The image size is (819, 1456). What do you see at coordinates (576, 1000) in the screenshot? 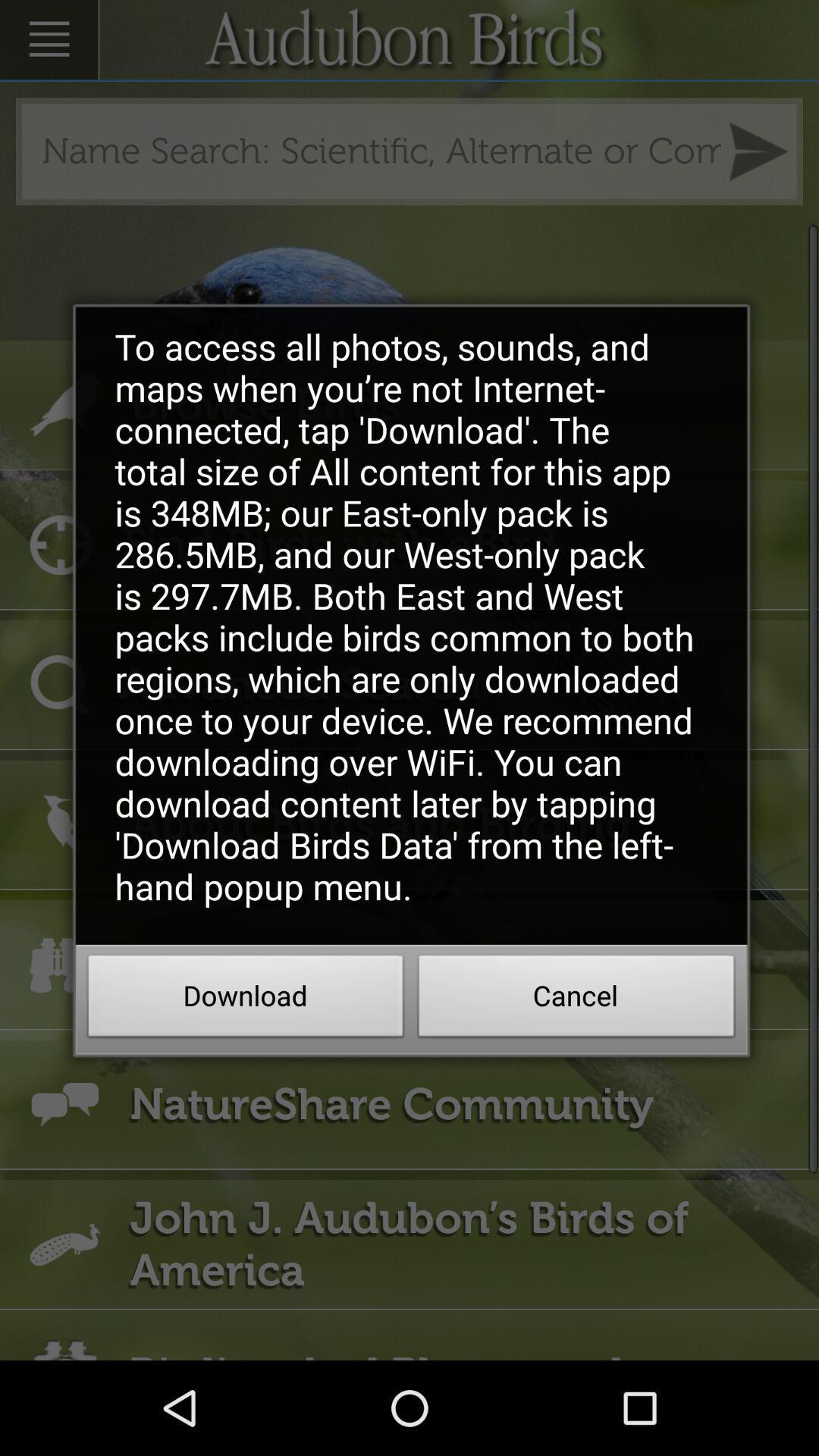
I see `the cancel button` at bounding box center [576, 1000].